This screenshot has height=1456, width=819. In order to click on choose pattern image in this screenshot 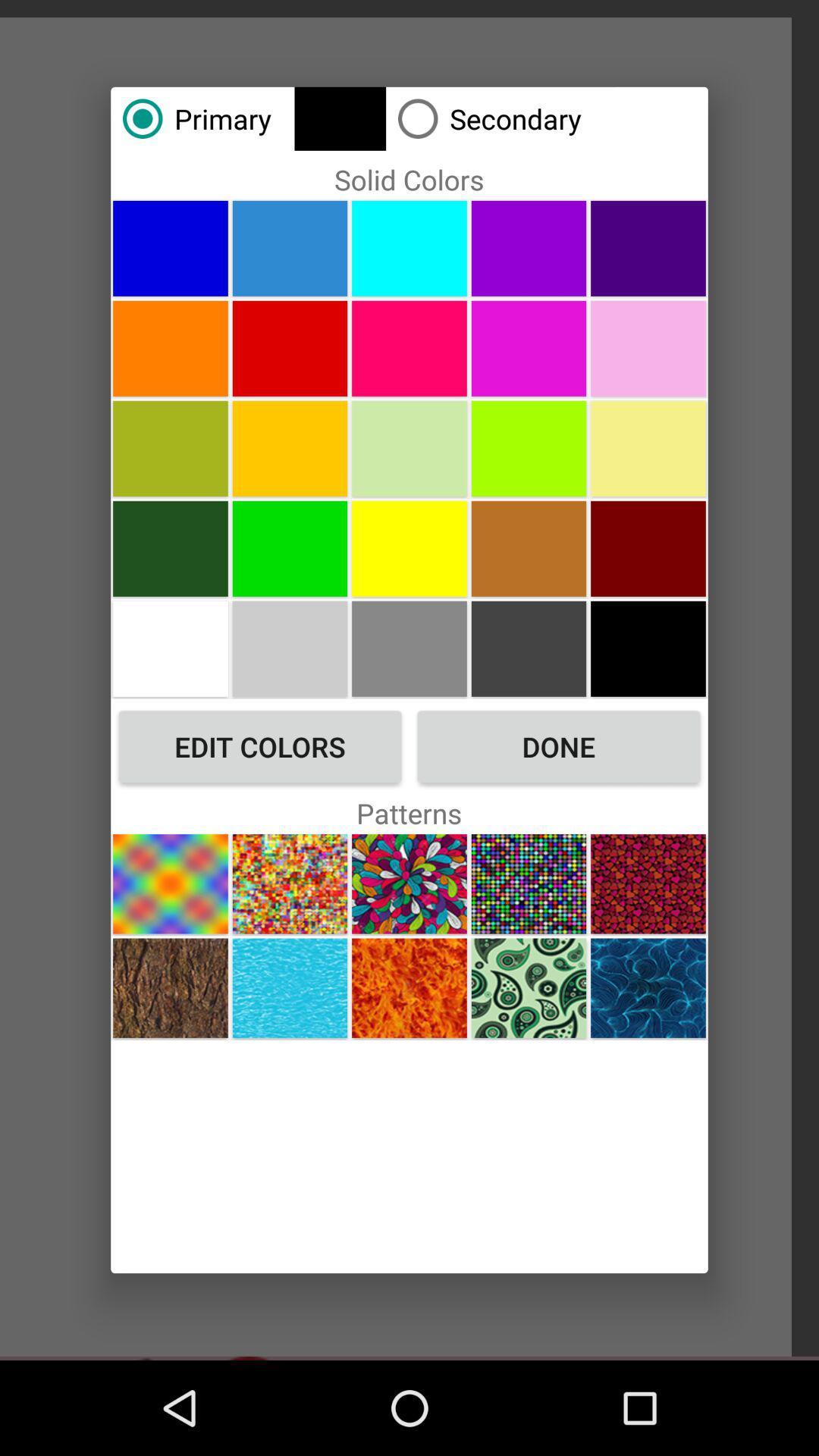, I will do `click(648, 883)`.